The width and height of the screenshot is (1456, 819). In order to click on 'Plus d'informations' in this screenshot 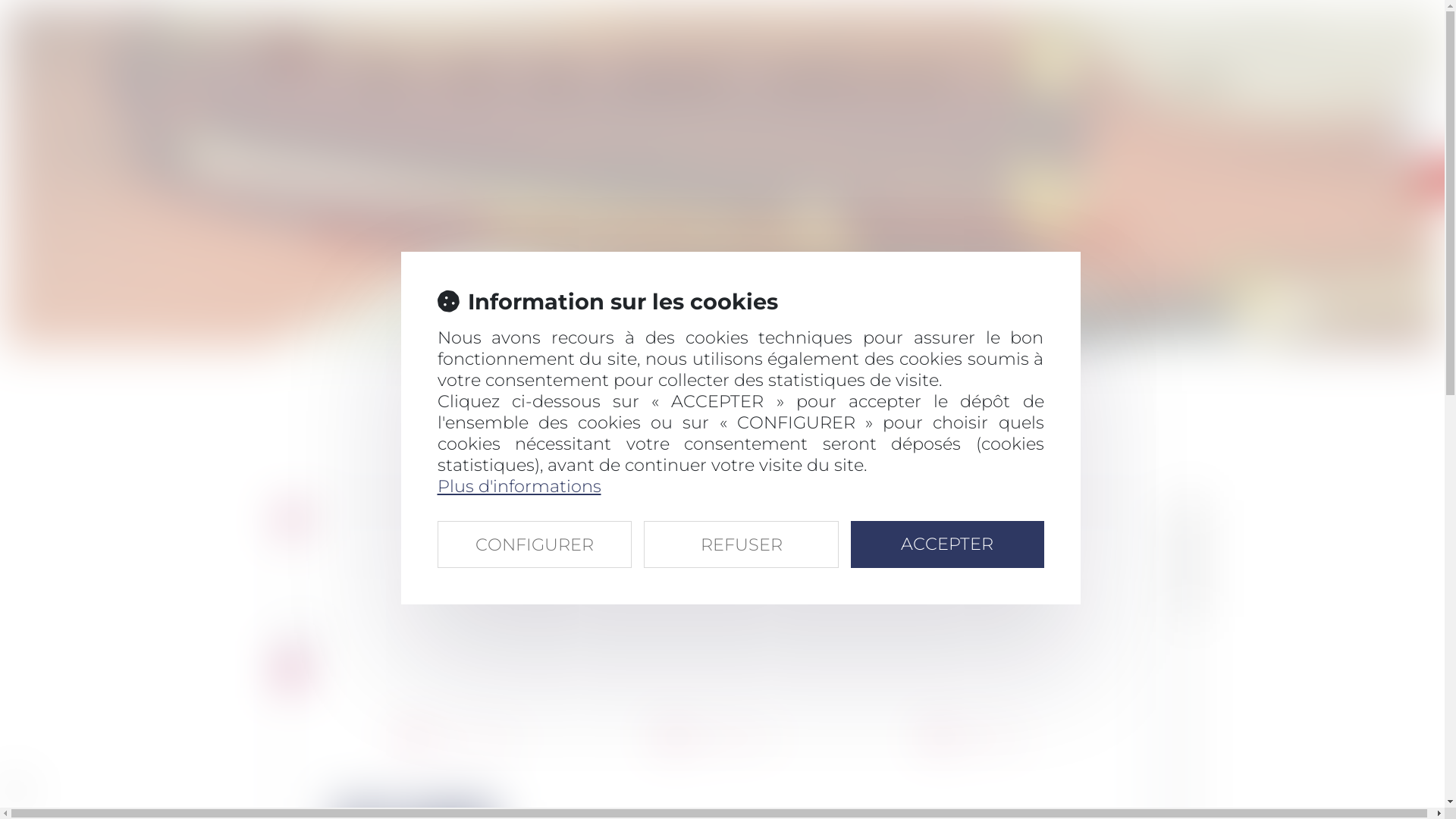, I will do `click(436, 485)`.